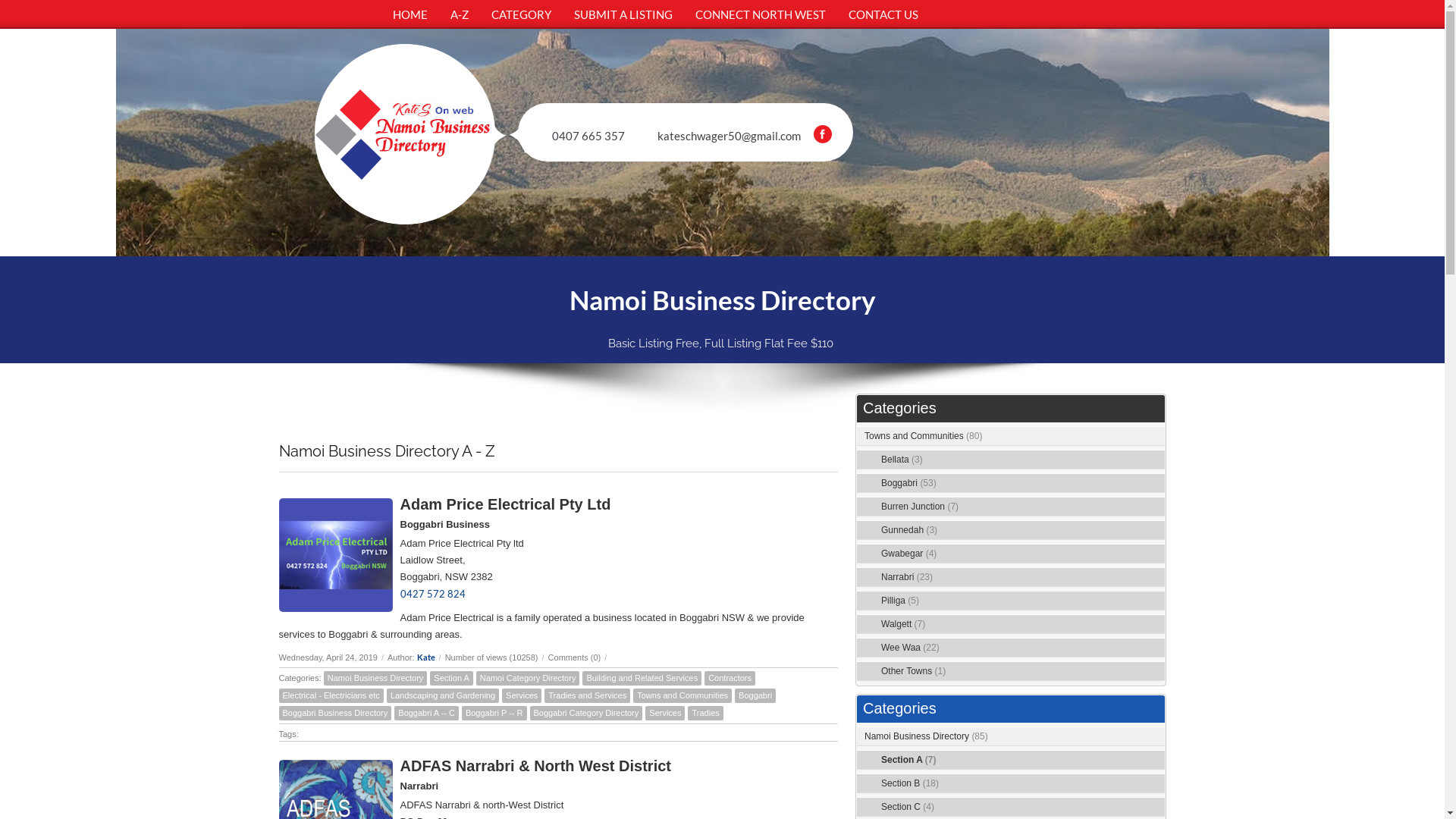  I want to click on '0427 572 824', so click(432, 593).